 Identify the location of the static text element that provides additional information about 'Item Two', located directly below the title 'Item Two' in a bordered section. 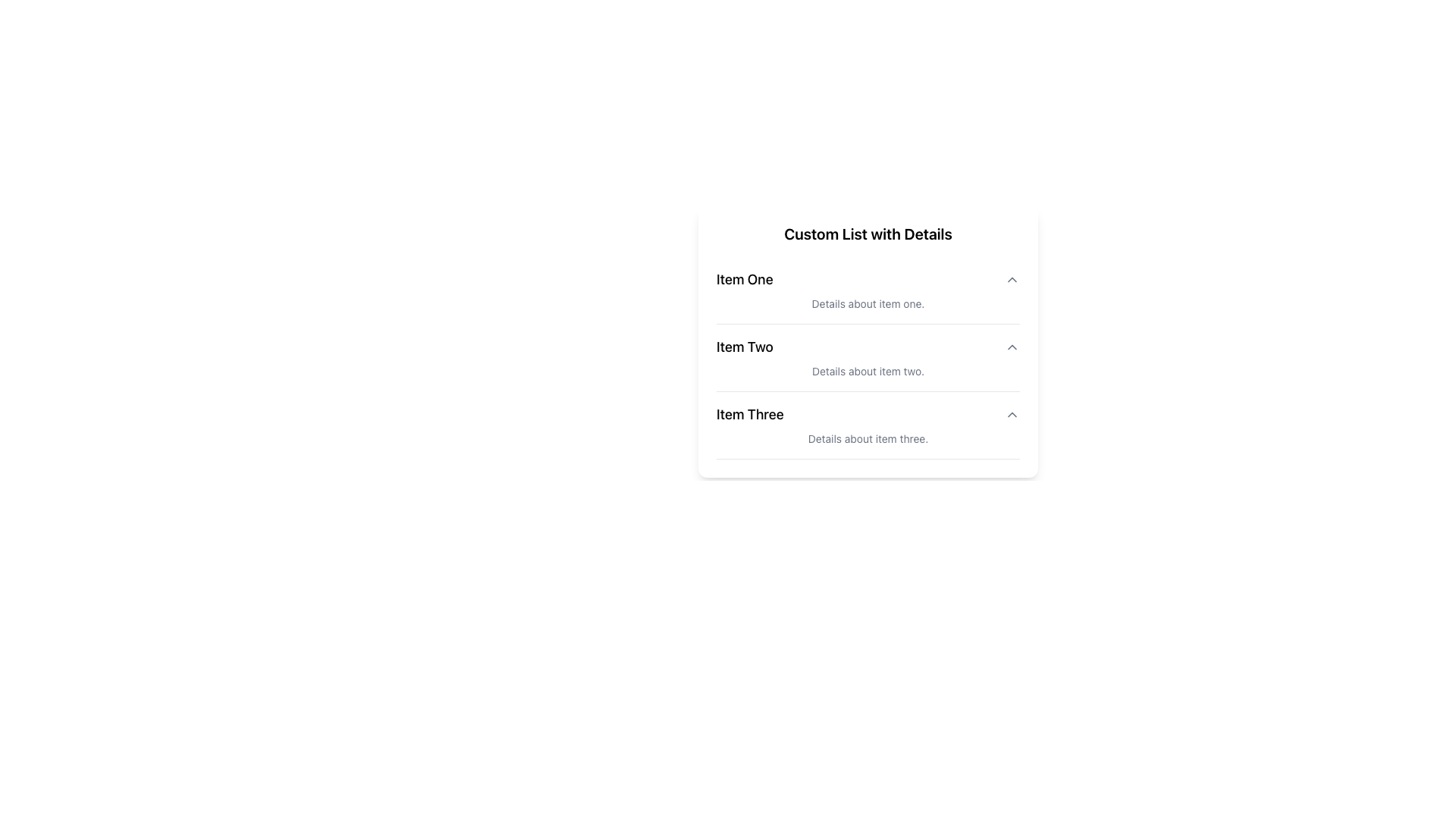
(868, 371).